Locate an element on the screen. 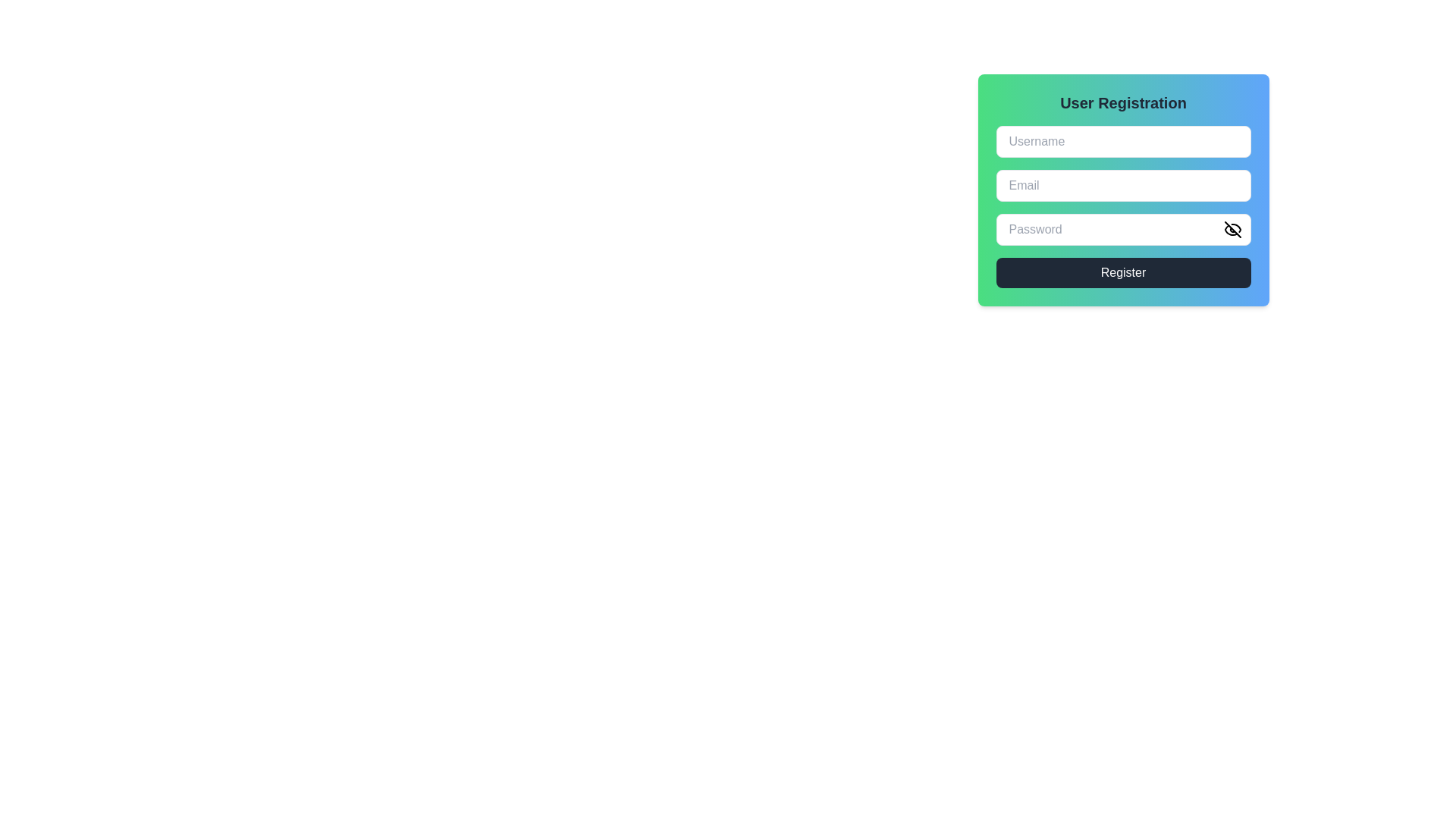  the header text element labeled 'User Registration', which features bold text in a large font size and a vivid gradient background transitioning from green to blue, located at the top of a card element is located at coordinates (1123, 102).